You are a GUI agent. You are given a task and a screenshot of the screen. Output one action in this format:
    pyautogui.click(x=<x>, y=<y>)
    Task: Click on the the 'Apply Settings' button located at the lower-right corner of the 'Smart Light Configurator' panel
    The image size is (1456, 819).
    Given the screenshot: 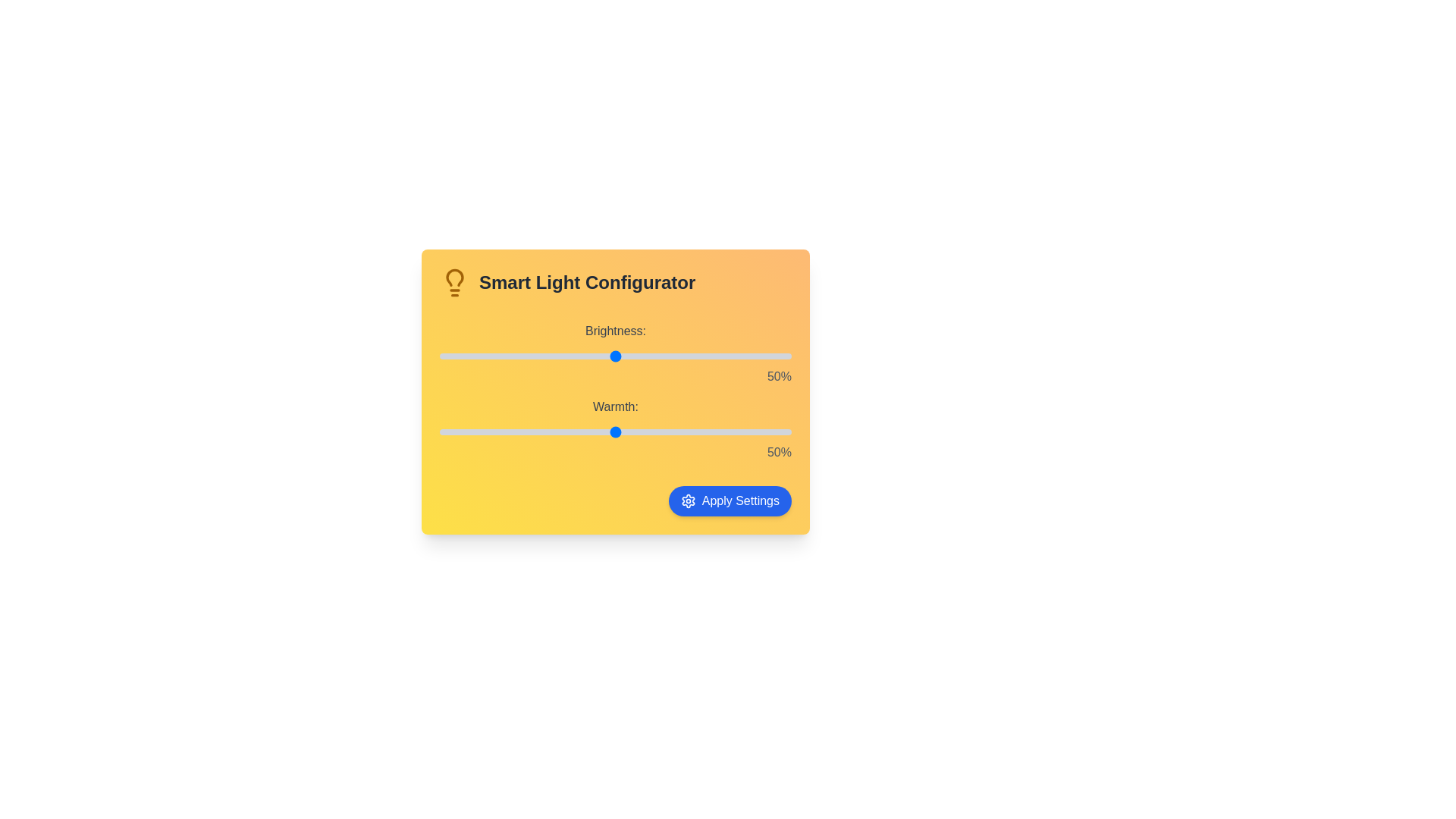 What is the action you would take?
    pyautogui.click(x=730, y=500)
    